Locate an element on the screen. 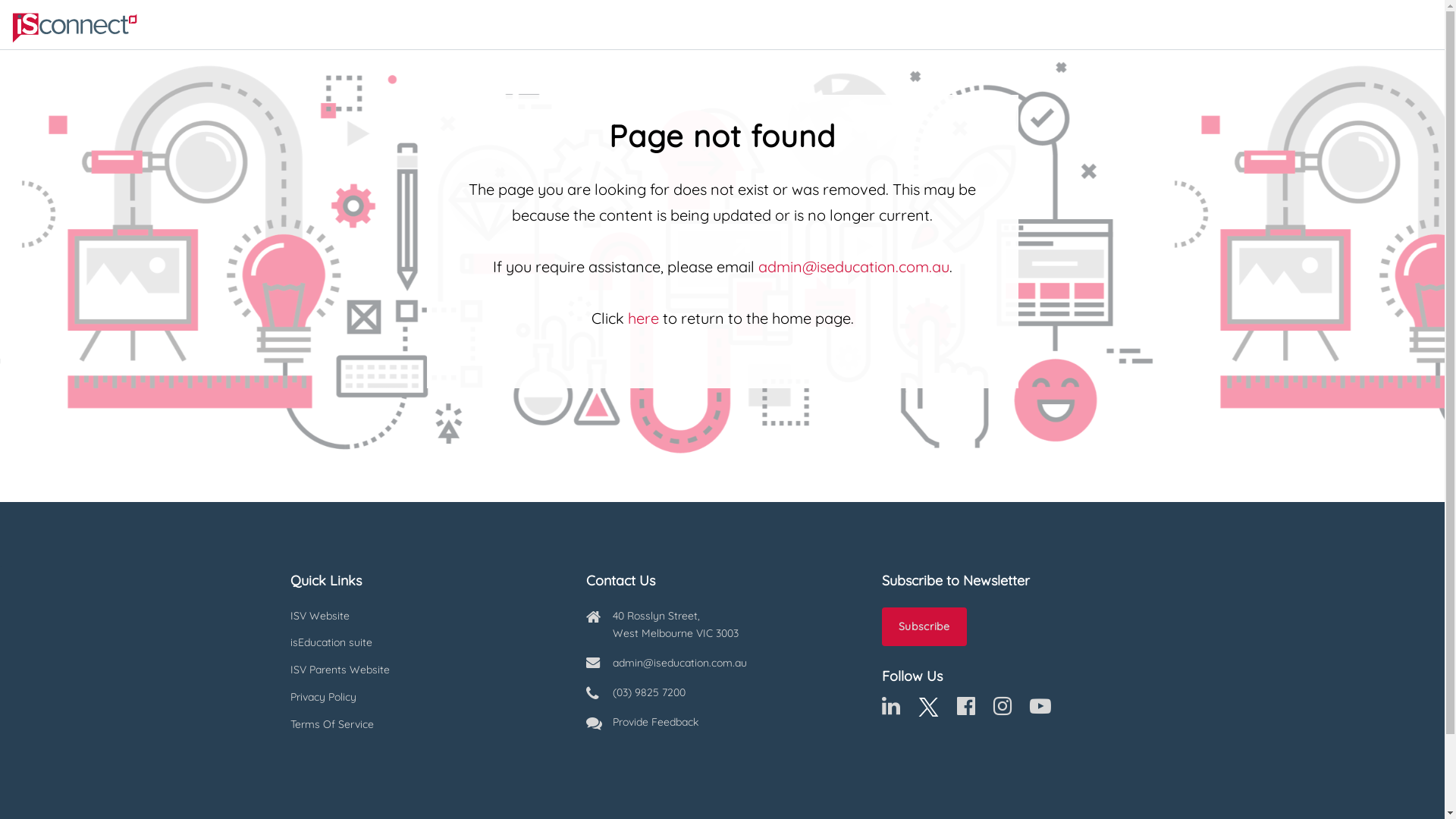 This screenshot has height=819, width=1456. 'ISV YouTube' is located at coordinates (1040, 710).